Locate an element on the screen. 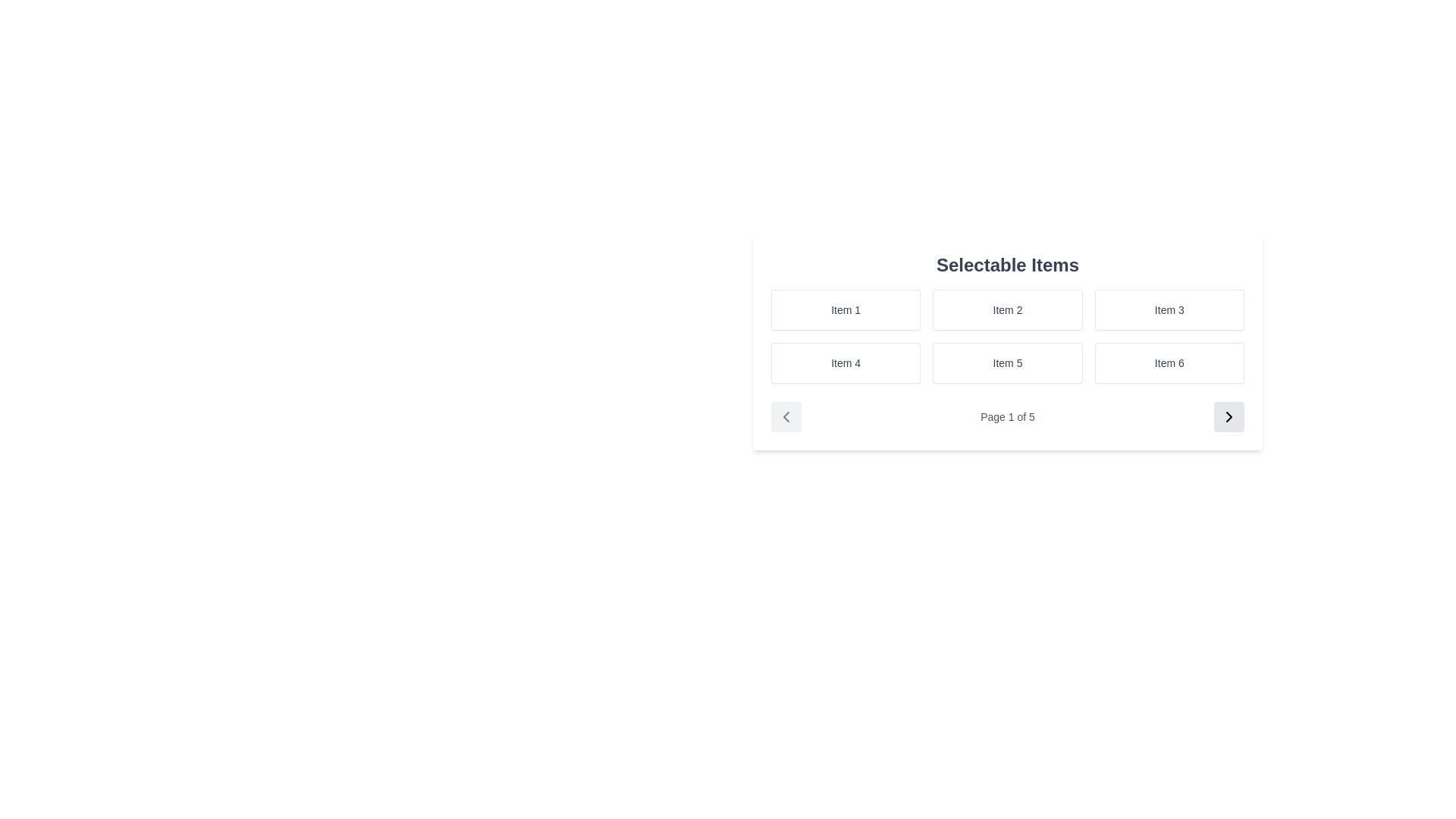 The height and width of the screenshot is (819, 1456). the disabled 'Previous Page' button located at the bottom left of the pagination controls, labeled 'Page 1 of 5' is located at coordinates (786, 417).